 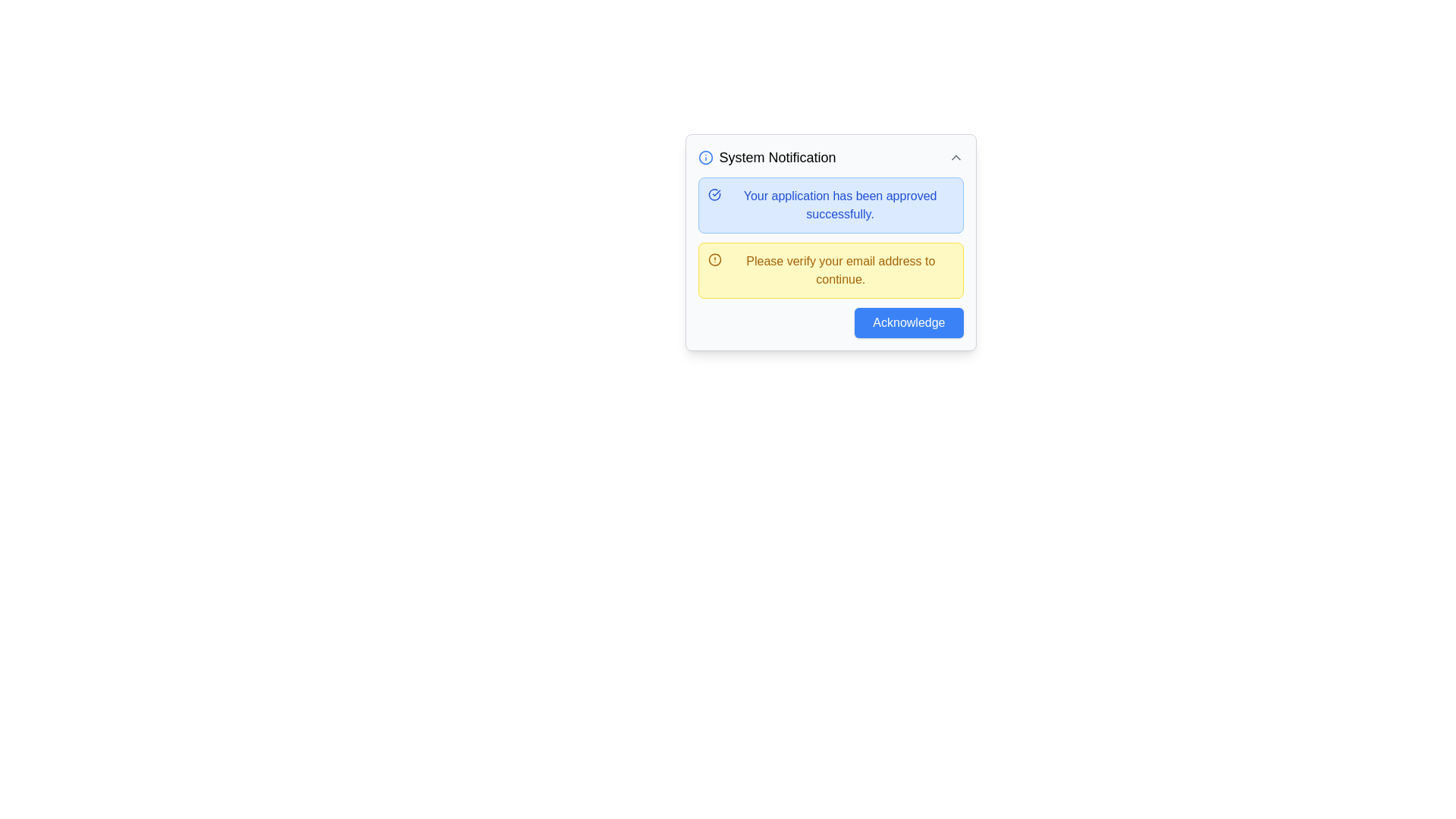 What do you see at coordinates (955, 158) in the screenshot?
I see `the close button located at the far right end of the header of the 'System Notification' component` at bounding box center [955, 158].